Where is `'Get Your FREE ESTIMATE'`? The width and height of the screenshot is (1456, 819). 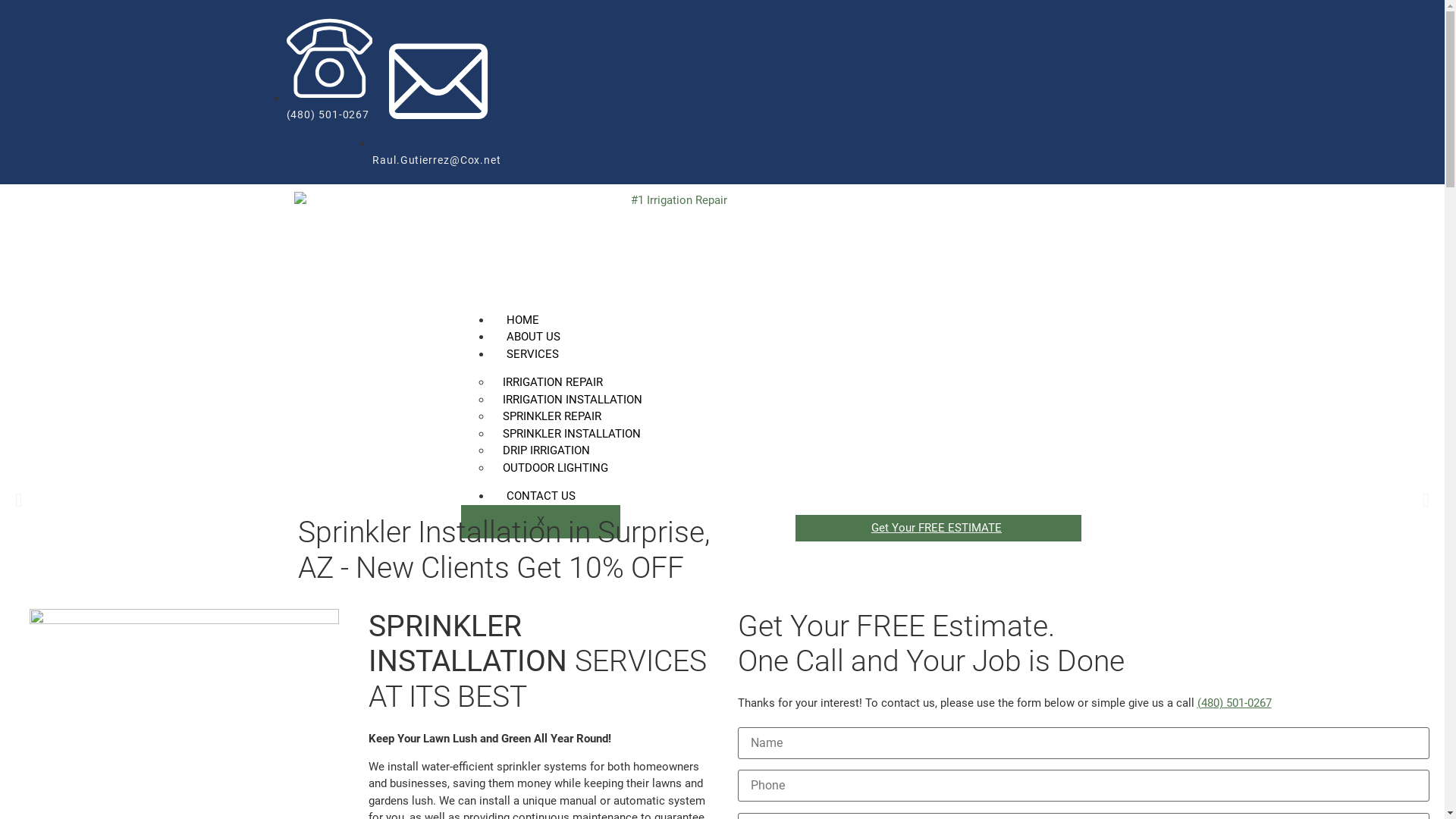
'Get Your FREE ESTIMATE' is located at coordinates (937, 527).